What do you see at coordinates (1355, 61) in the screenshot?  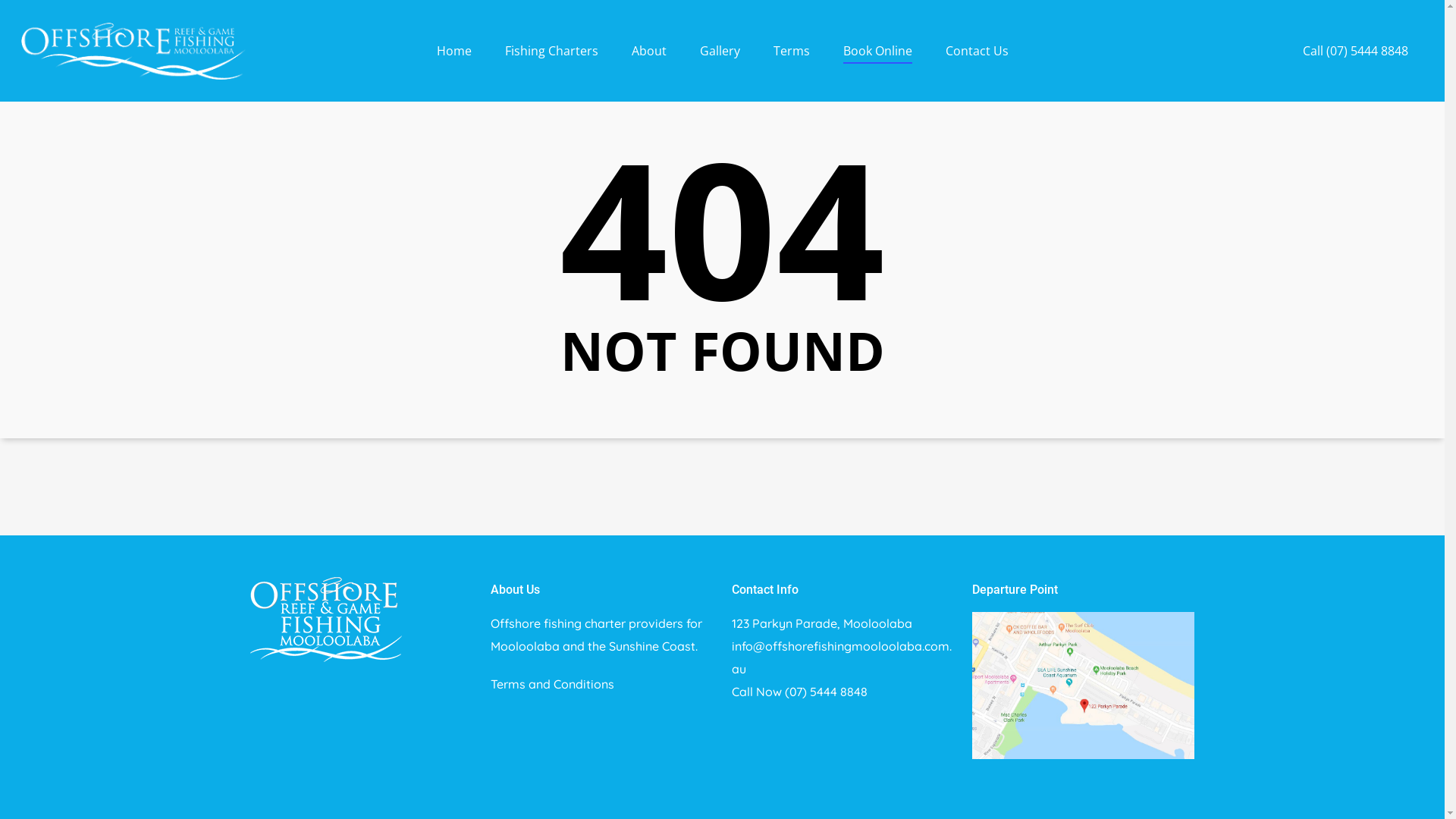 I see `'Call (07) 5444 8848'` at bounding box center [1355, 61].